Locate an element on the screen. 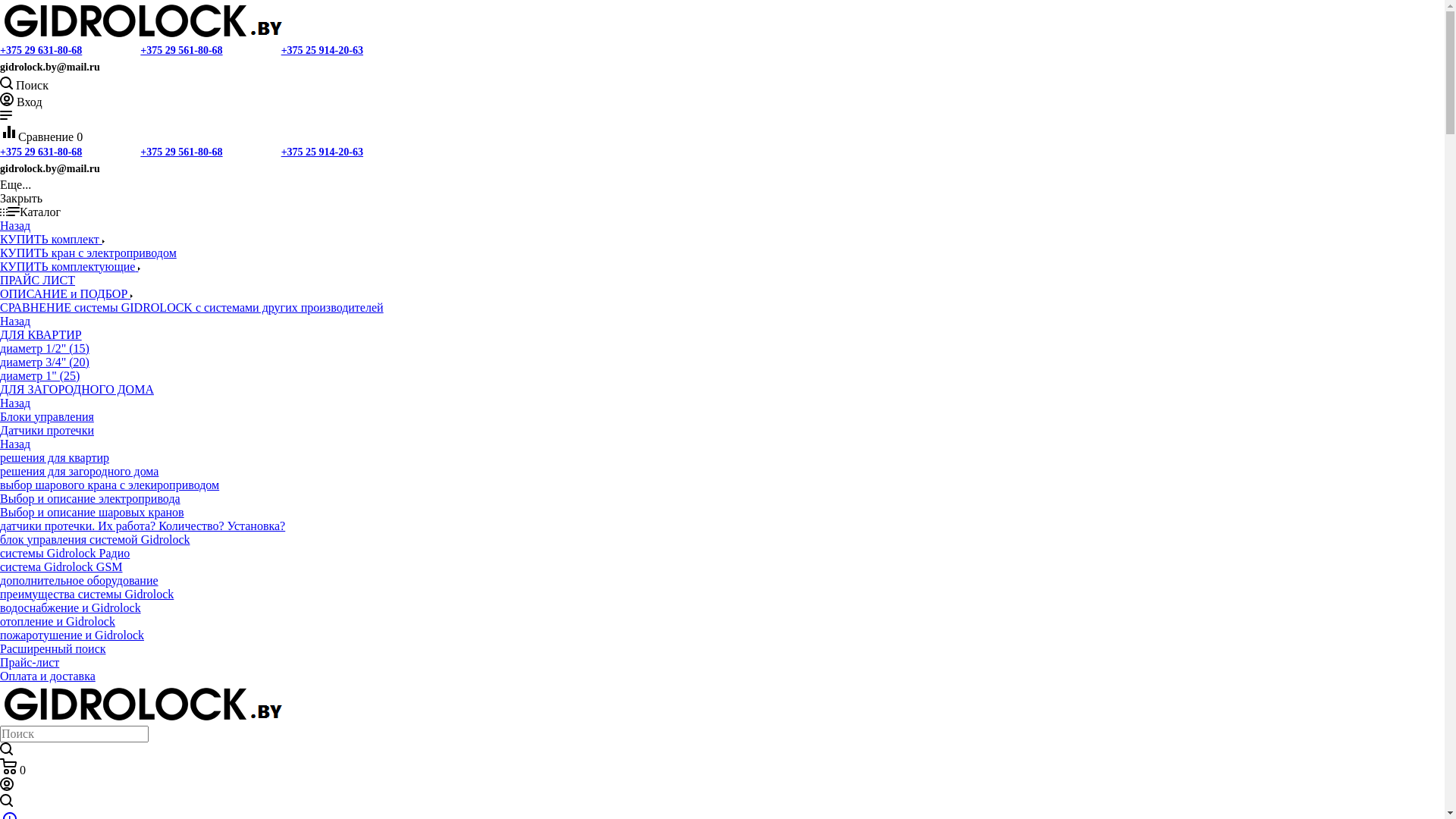 Image resolution: width=1456 pixels, height=819 pixels. '+375 25 914-20-63' is located at coordinates (322, 49).